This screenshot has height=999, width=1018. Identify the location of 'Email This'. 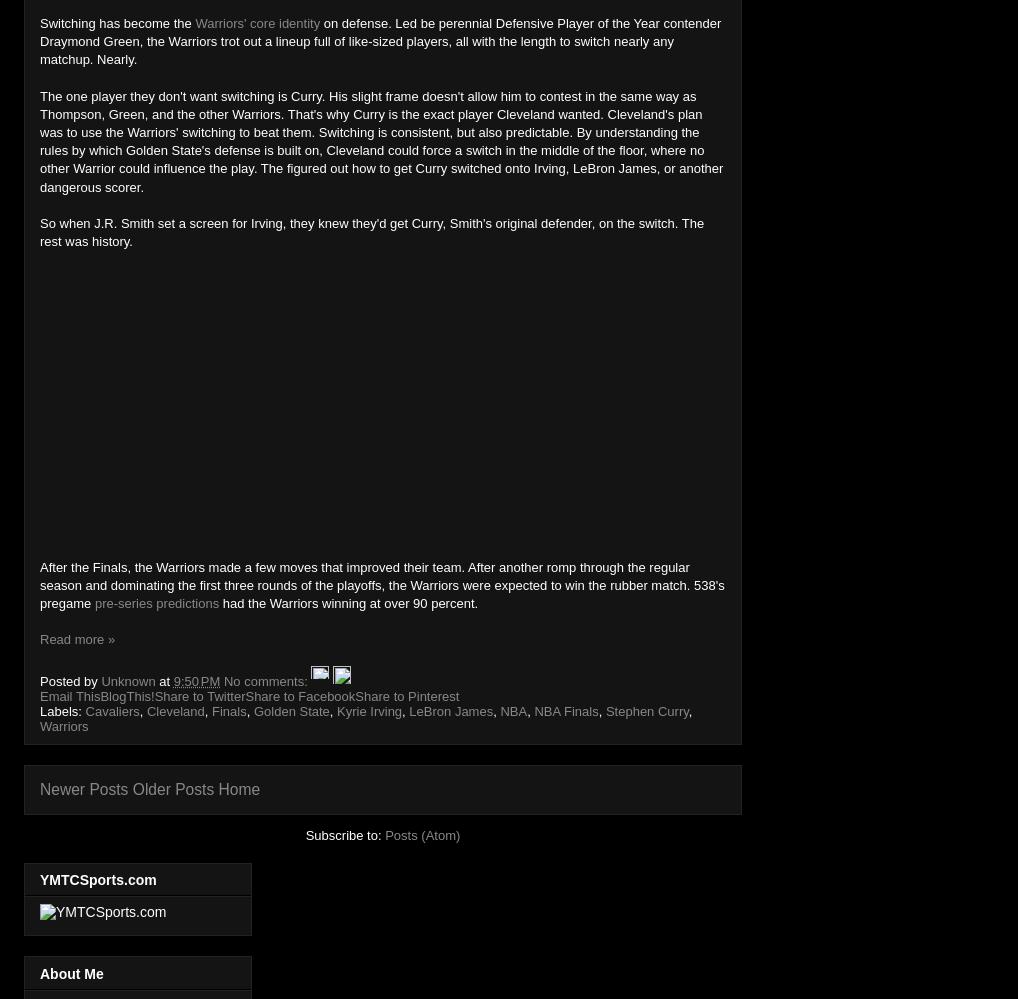
(70, 696).